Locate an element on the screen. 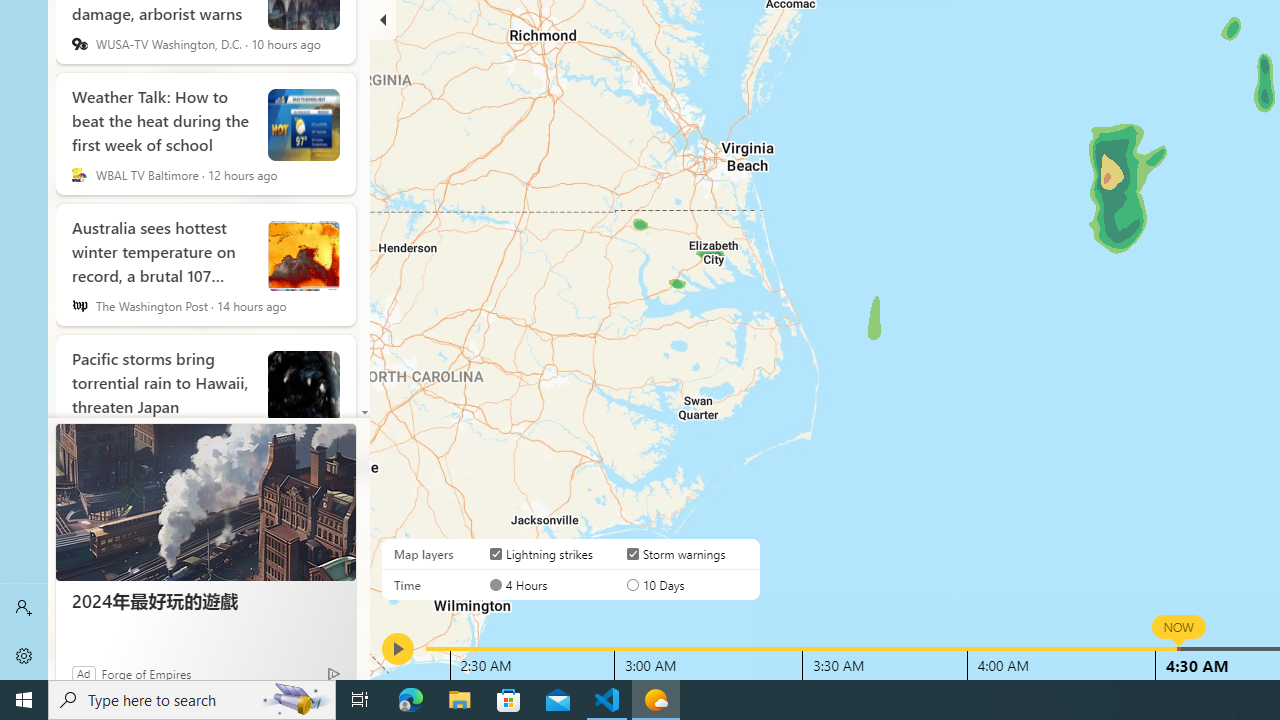 The height and width of the screenshot is (720, 1280). 'Weather - 1 running window' is located at coordinates (656, 698).